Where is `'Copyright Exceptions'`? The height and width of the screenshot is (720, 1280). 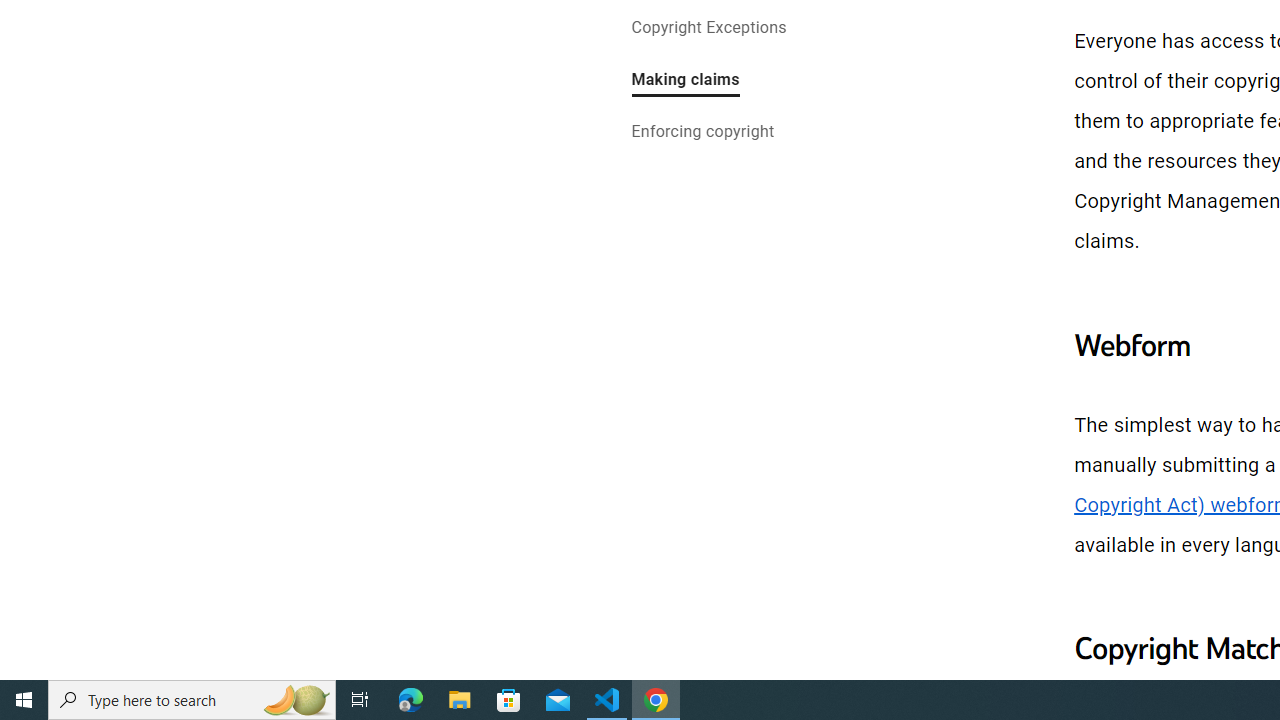
'Copyright Exceptions' is located at coordinates (709, 29).